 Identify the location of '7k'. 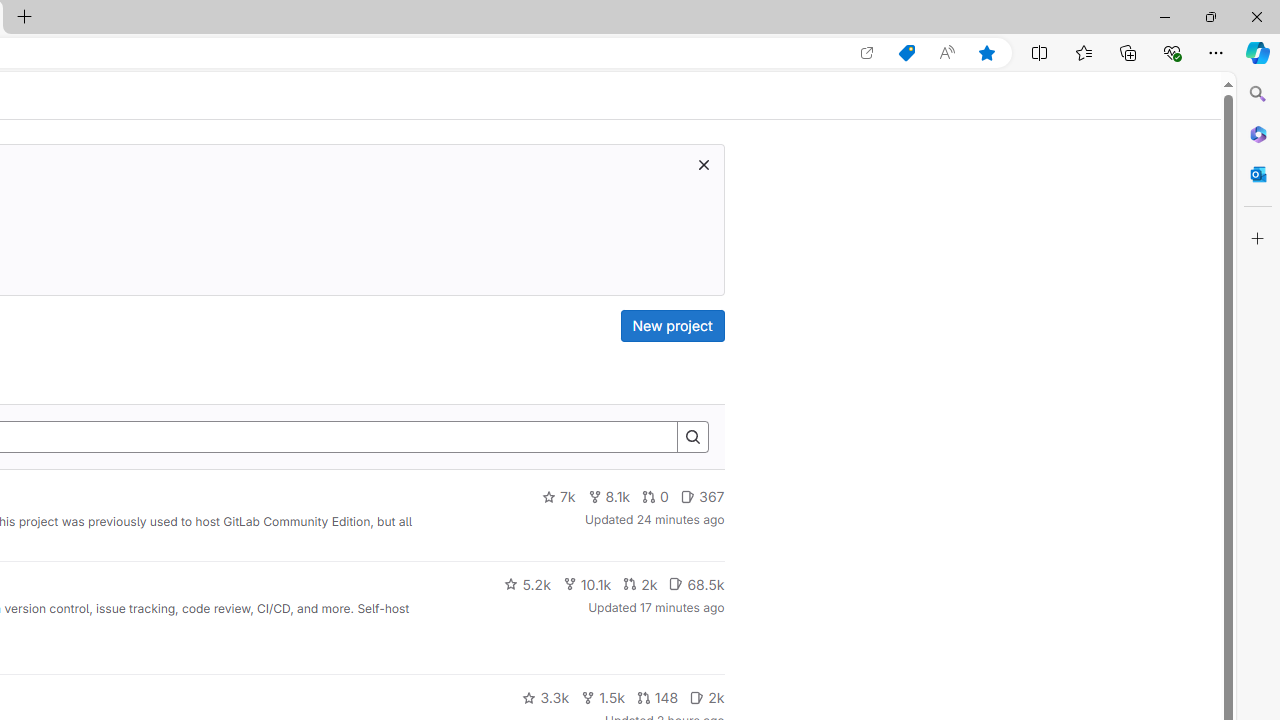
(558, 496).